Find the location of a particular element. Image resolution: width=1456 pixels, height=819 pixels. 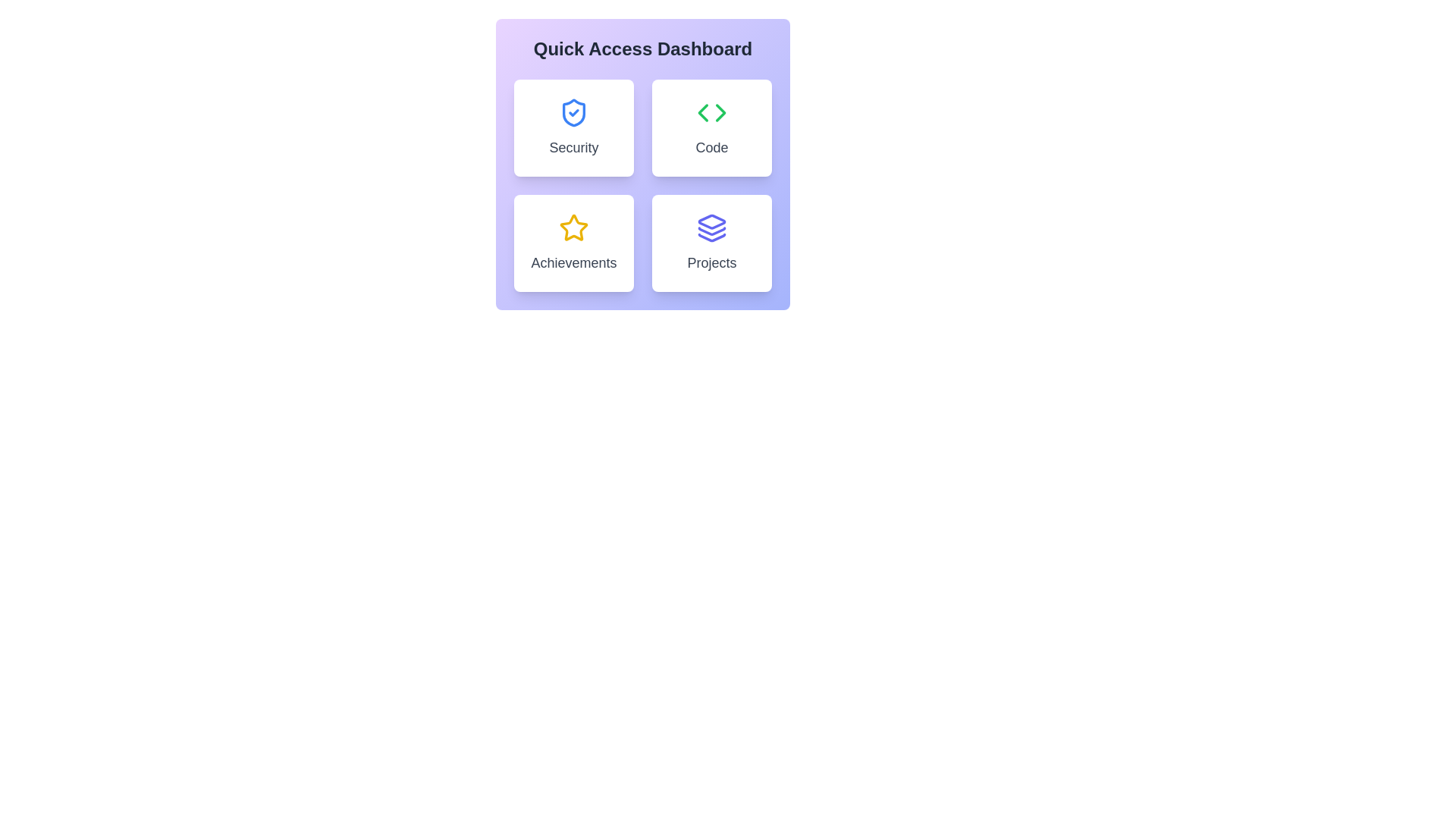

the 'Security' text hyperlink, which is styled in gray and located beneath a shield icon in the 'Quick Access Dashboard' is located at coordinates (573, 148).